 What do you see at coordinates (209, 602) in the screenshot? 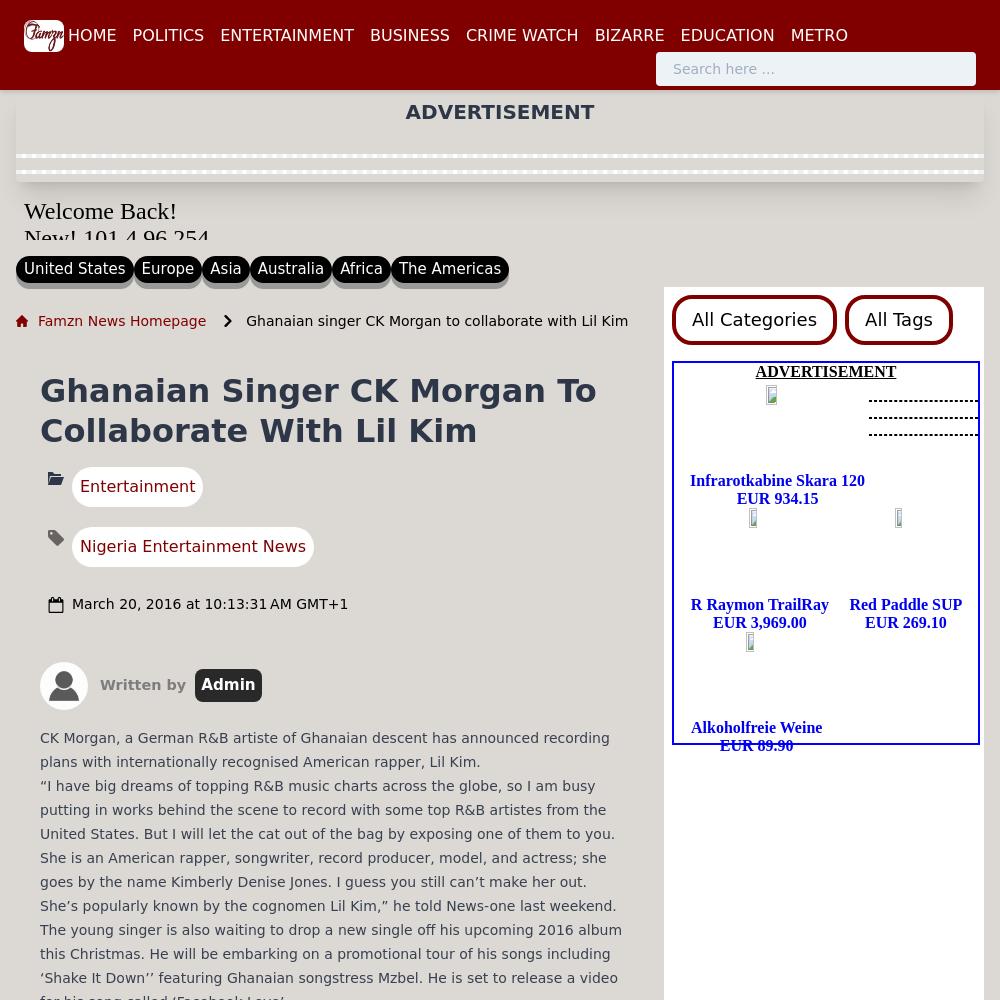
I see `'March 20, 2016 at 10:13:31 AM GMT+1'` at bounding box center [209, 602].